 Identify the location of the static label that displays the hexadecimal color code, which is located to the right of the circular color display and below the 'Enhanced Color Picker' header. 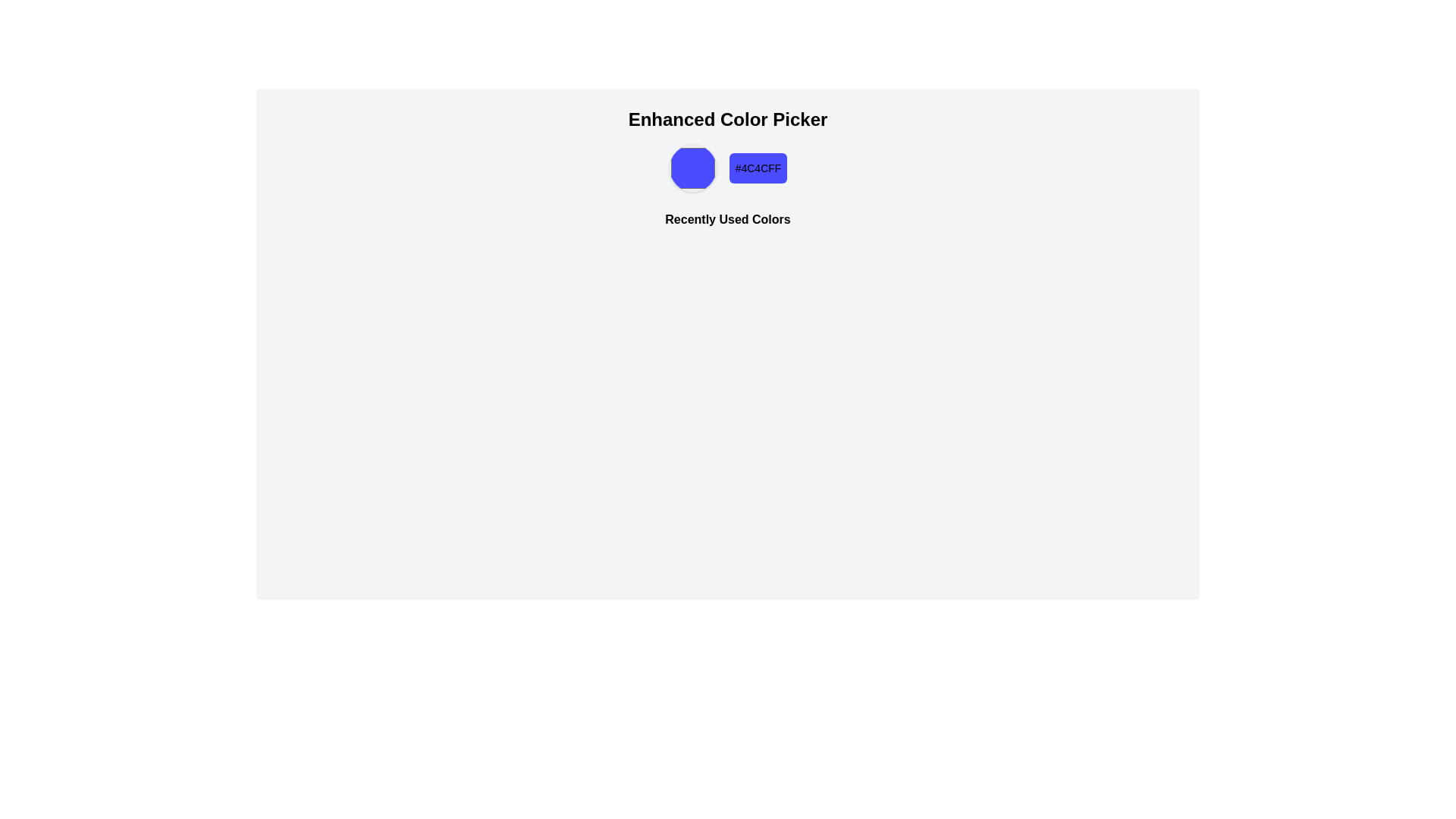
(758, 168).